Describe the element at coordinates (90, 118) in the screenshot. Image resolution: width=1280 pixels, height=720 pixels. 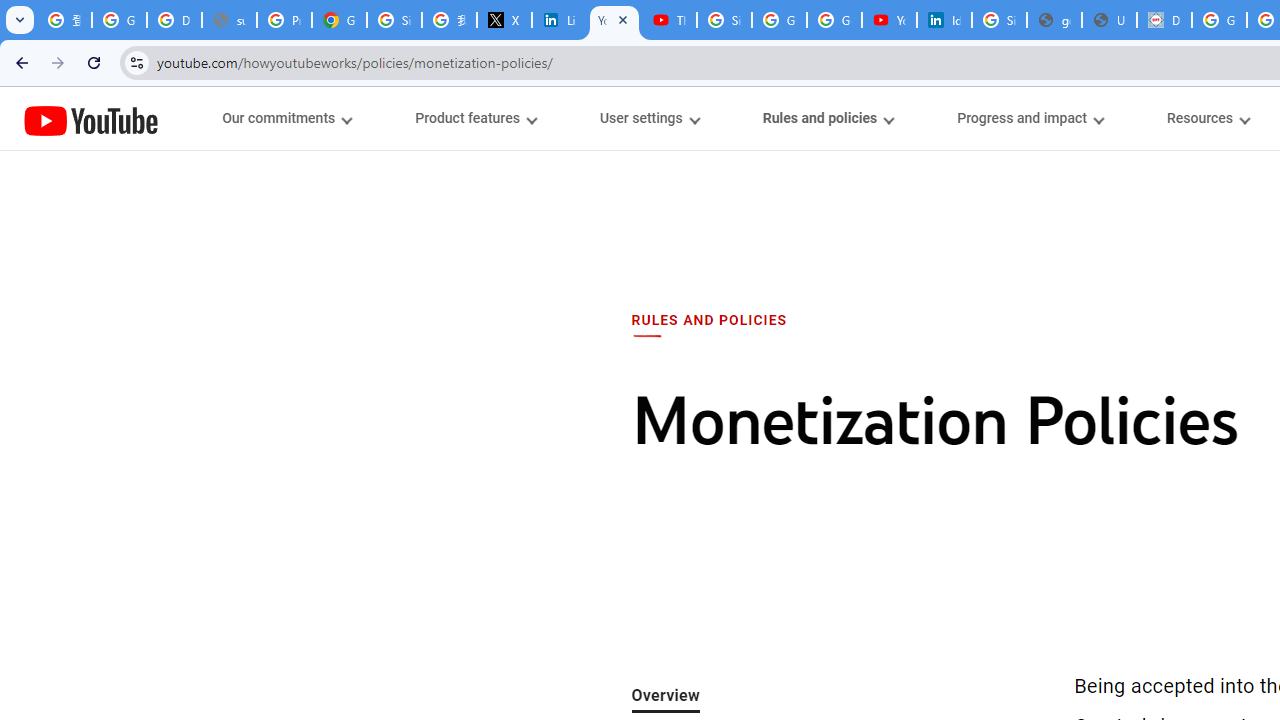
I see `'How YouTube Works'` at that location.